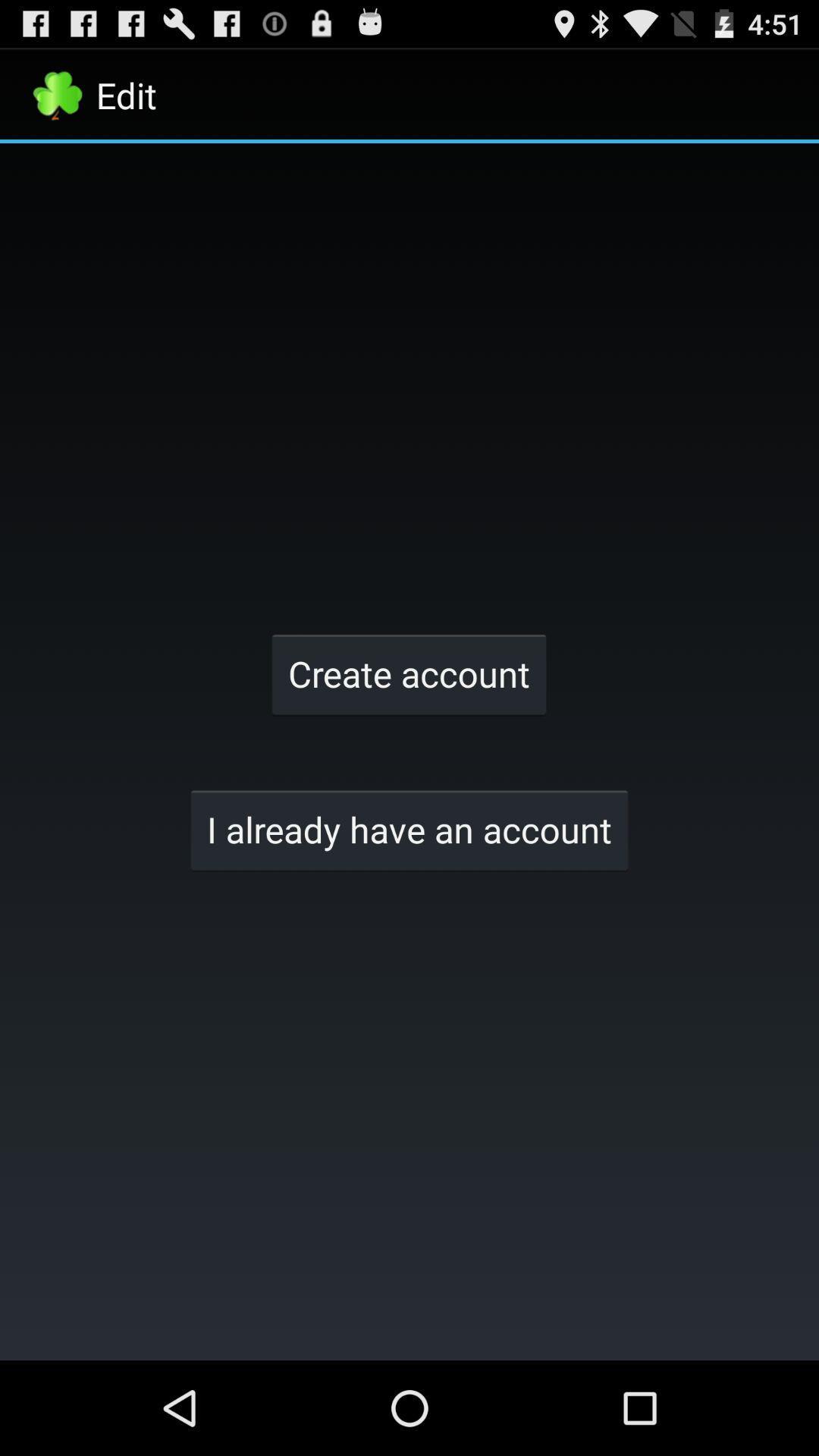  I want to click on create account, so click(408, 673).